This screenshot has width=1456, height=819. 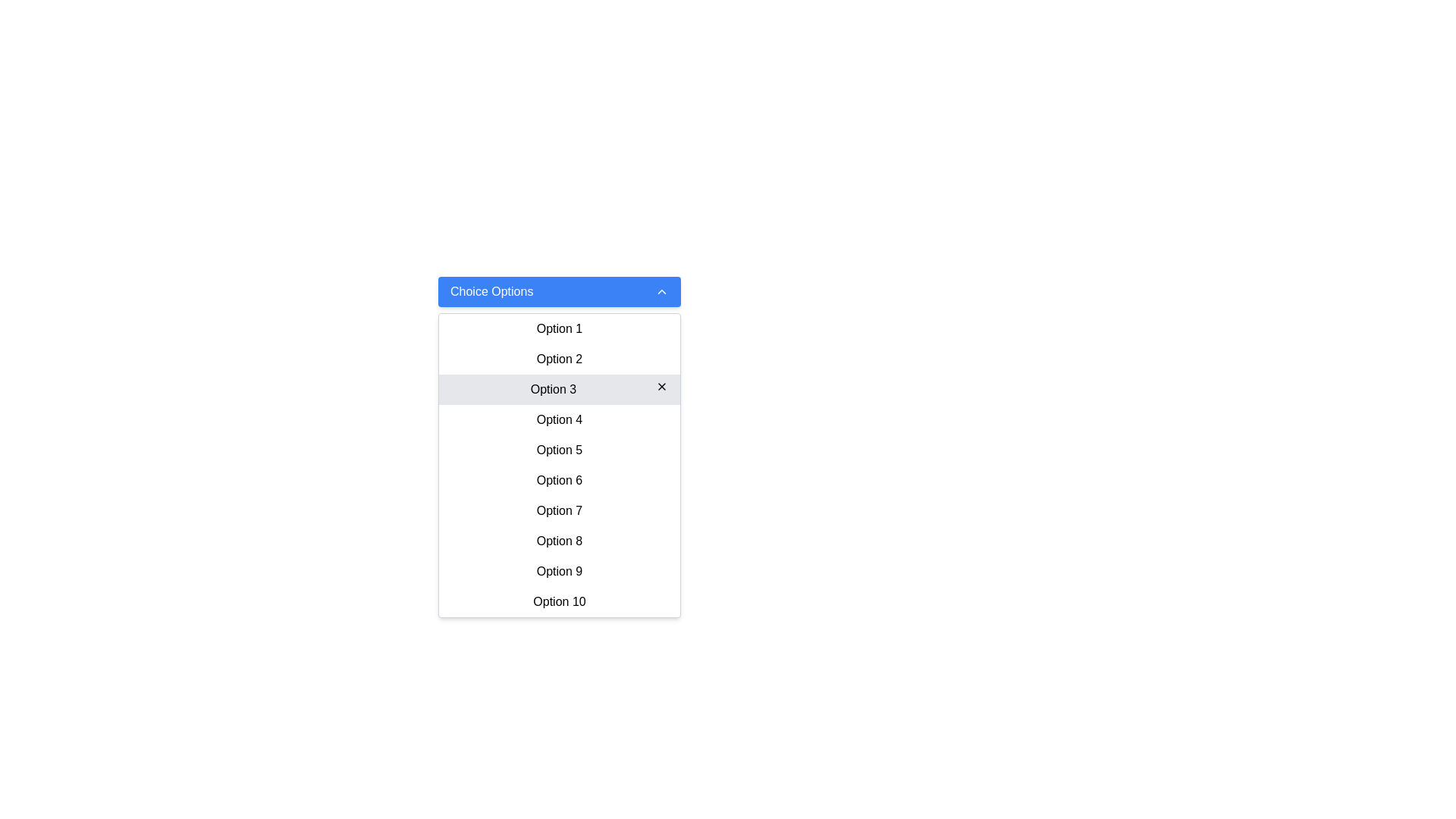 What do you see at coordinates (559, 292) in the screenshot?
I see `the dropdown toggle button located at the top of the dropdown structure` at bounding box center [559, 292].